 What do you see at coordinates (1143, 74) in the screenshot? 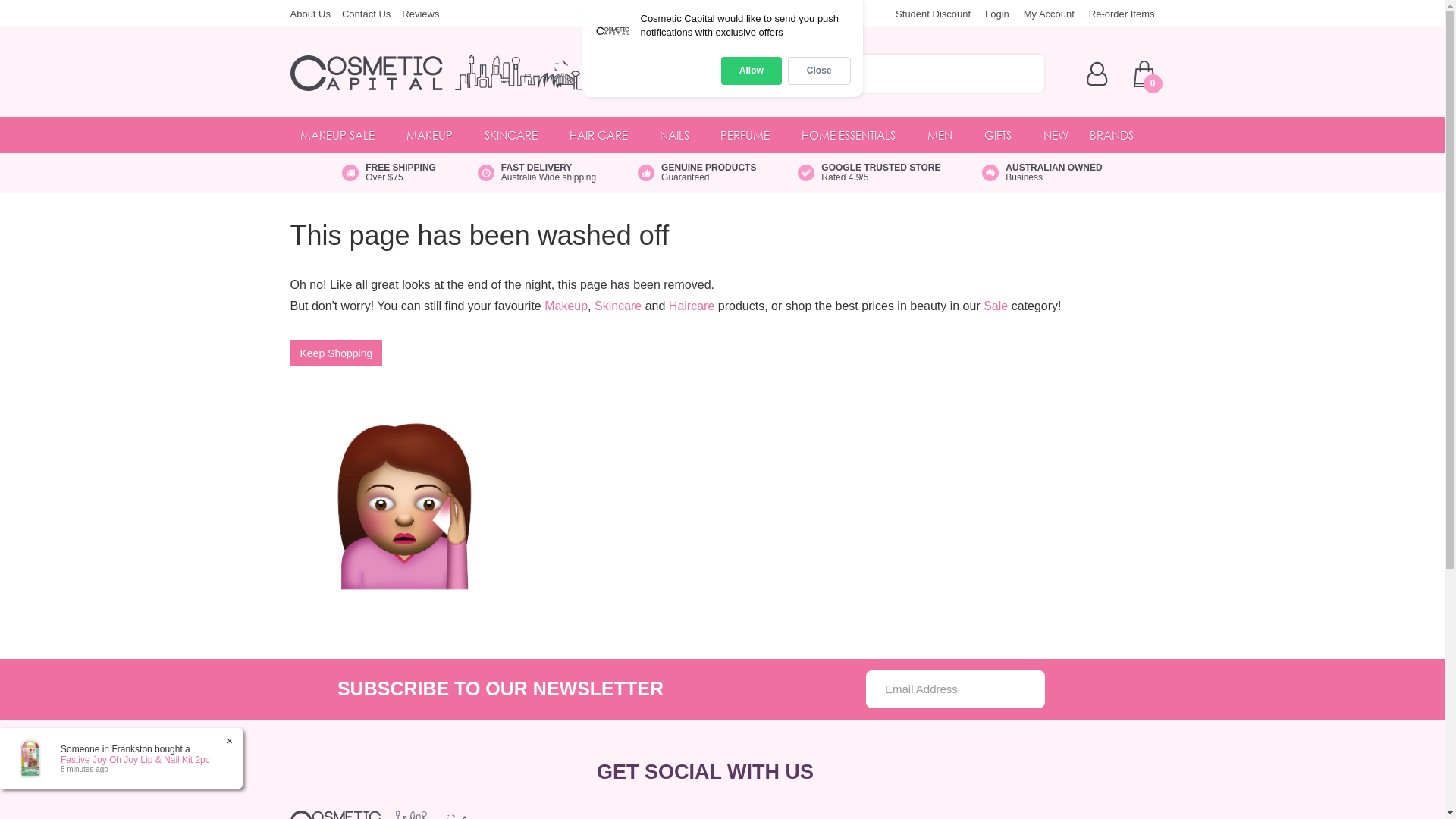
I see `'0'` at bounding box center [1143, 74].